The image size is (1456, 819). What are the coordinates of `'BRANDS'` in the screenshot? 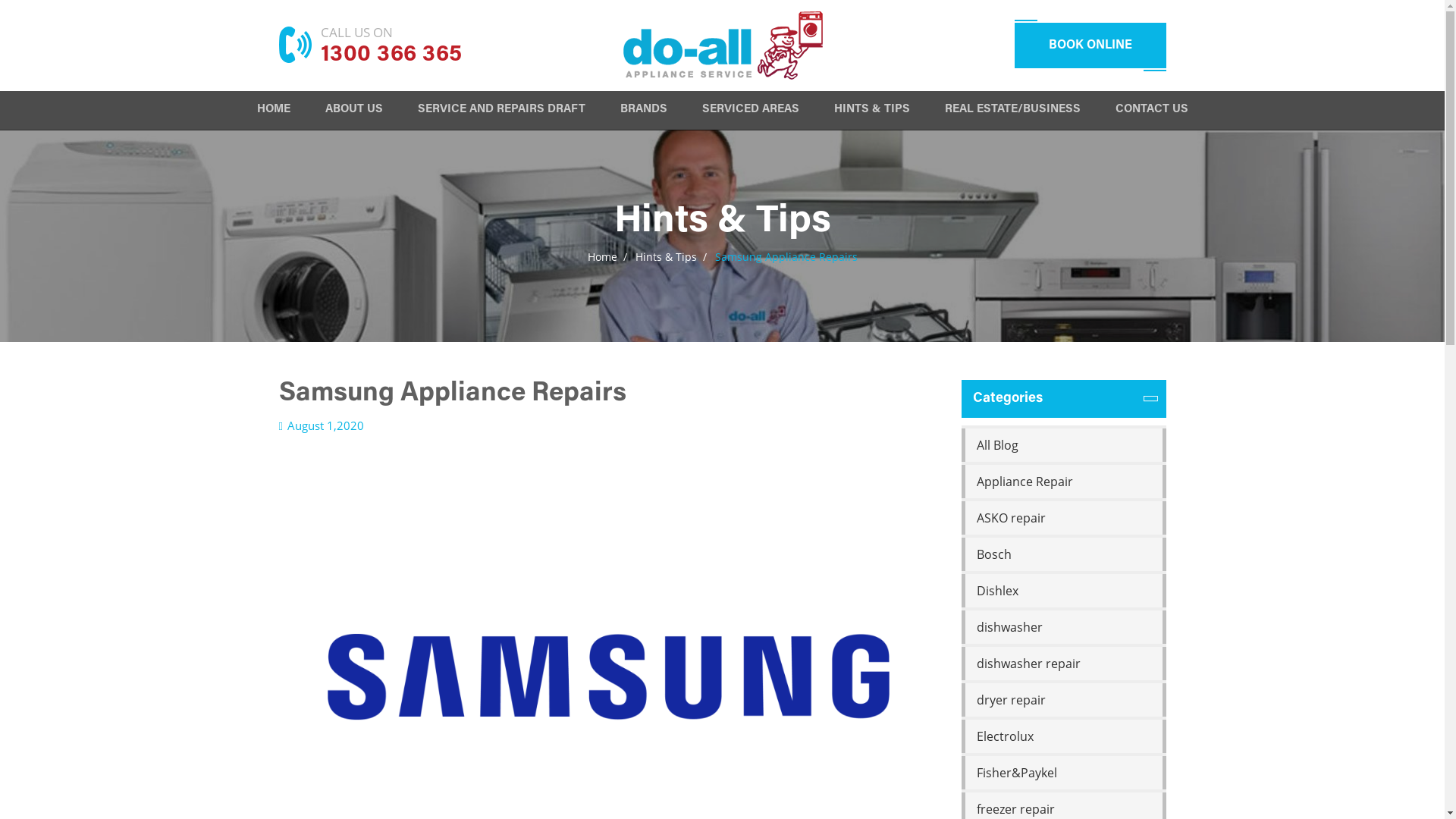 It's located at (644, 111).